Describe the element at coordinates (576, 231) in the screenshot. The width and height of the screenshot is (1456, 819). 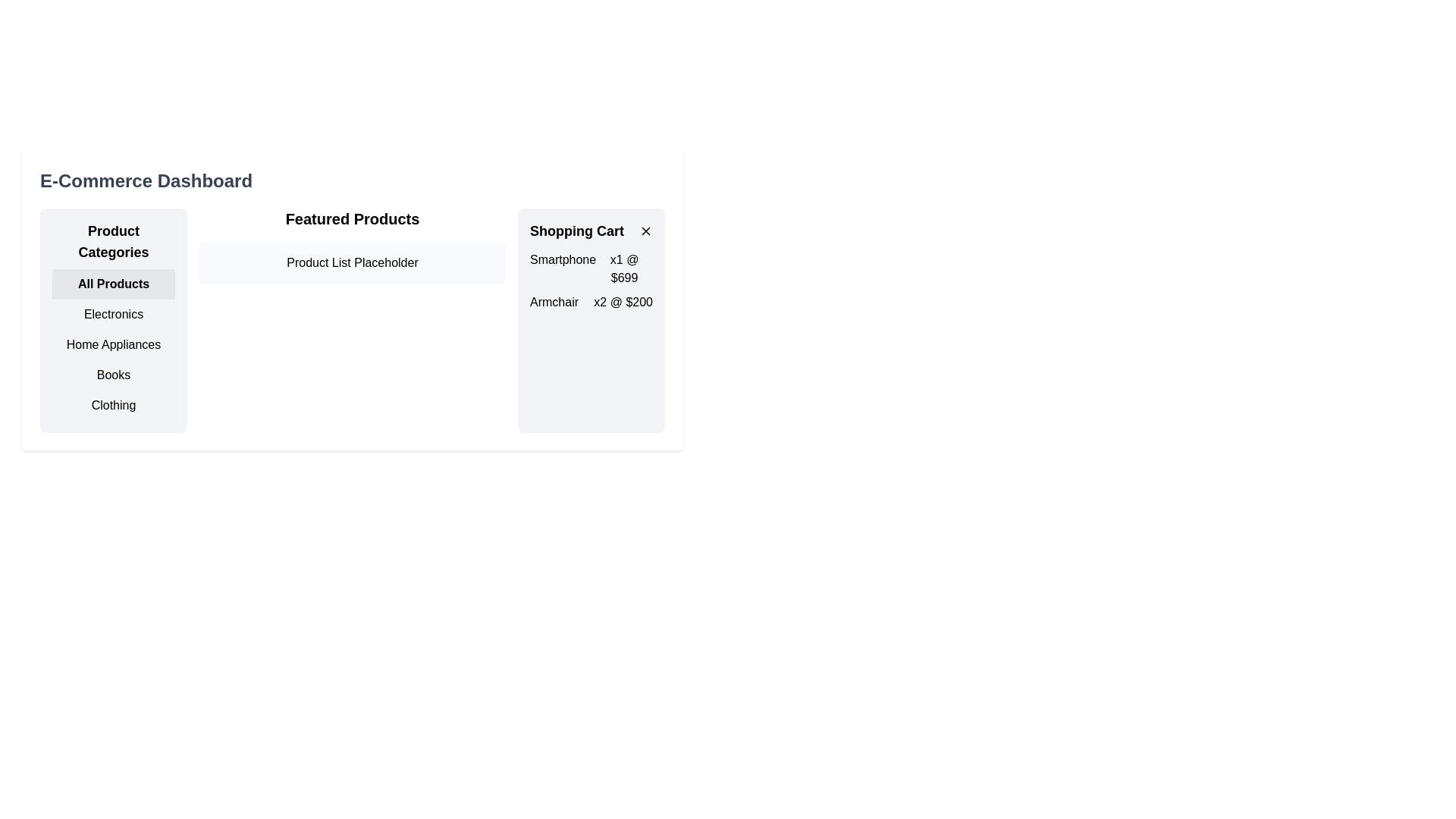
I see `the text label that serves as the header for the shopping cart section, informing users of the section's purpose` at that location.